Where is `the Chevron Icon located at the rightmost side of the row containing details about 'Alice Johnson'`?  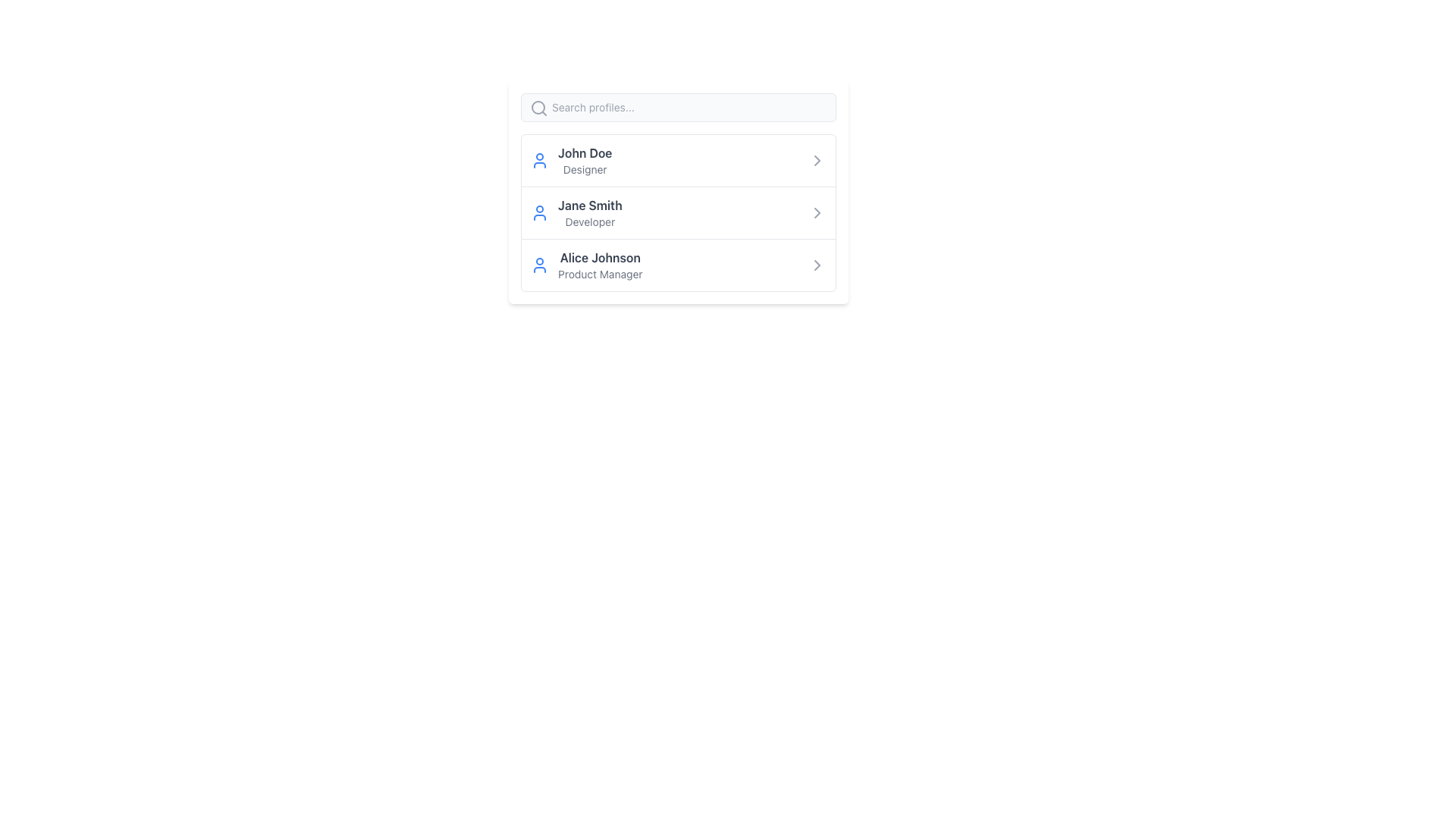 the Chevron Icon located at the rightmost side of the row containing details about 'Alice Johnson' is located at coordinates (817, 265).